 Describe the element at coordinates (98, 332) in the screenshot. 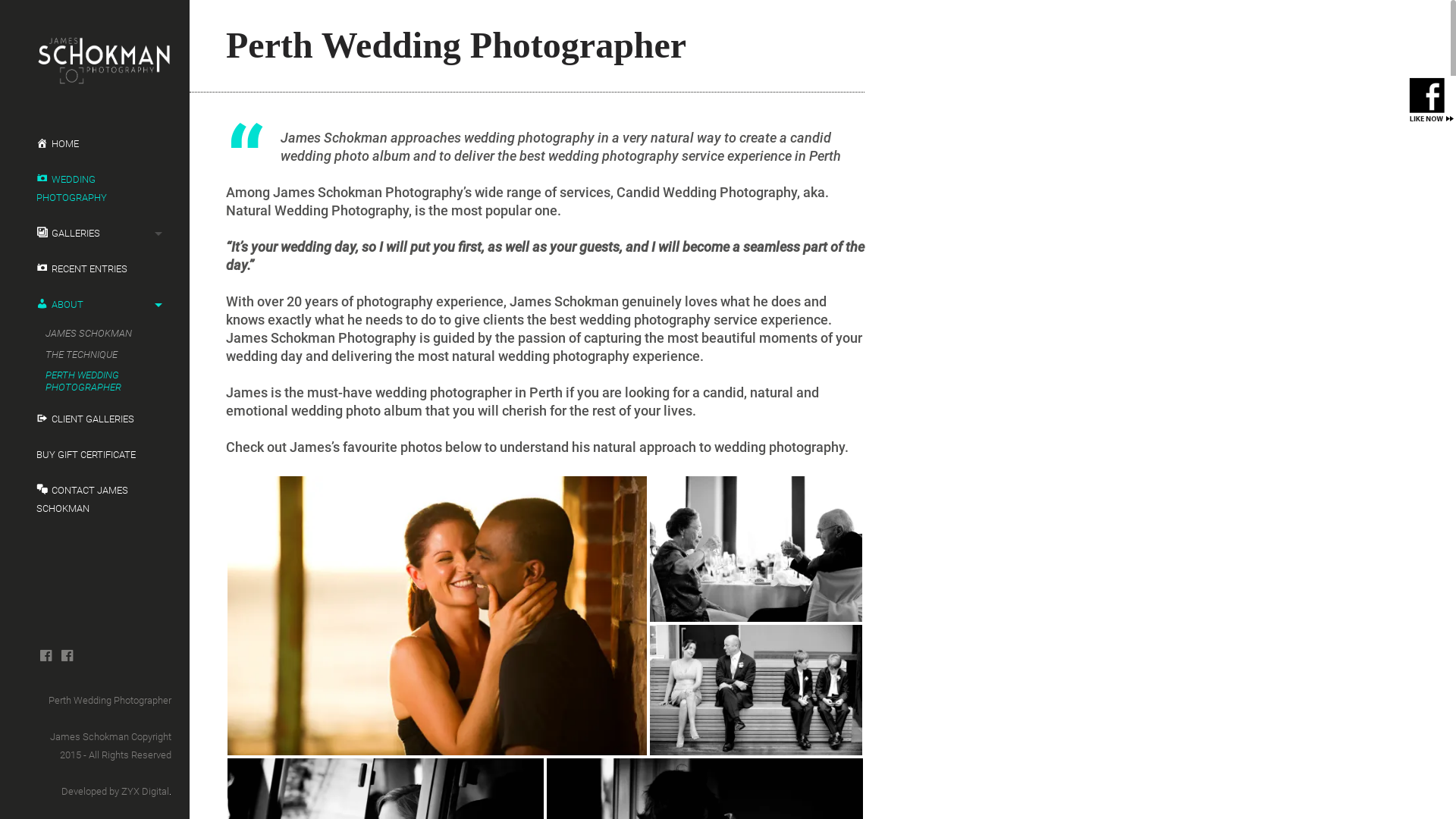

I see `'JAMES SCHOKMAN'` at that location.